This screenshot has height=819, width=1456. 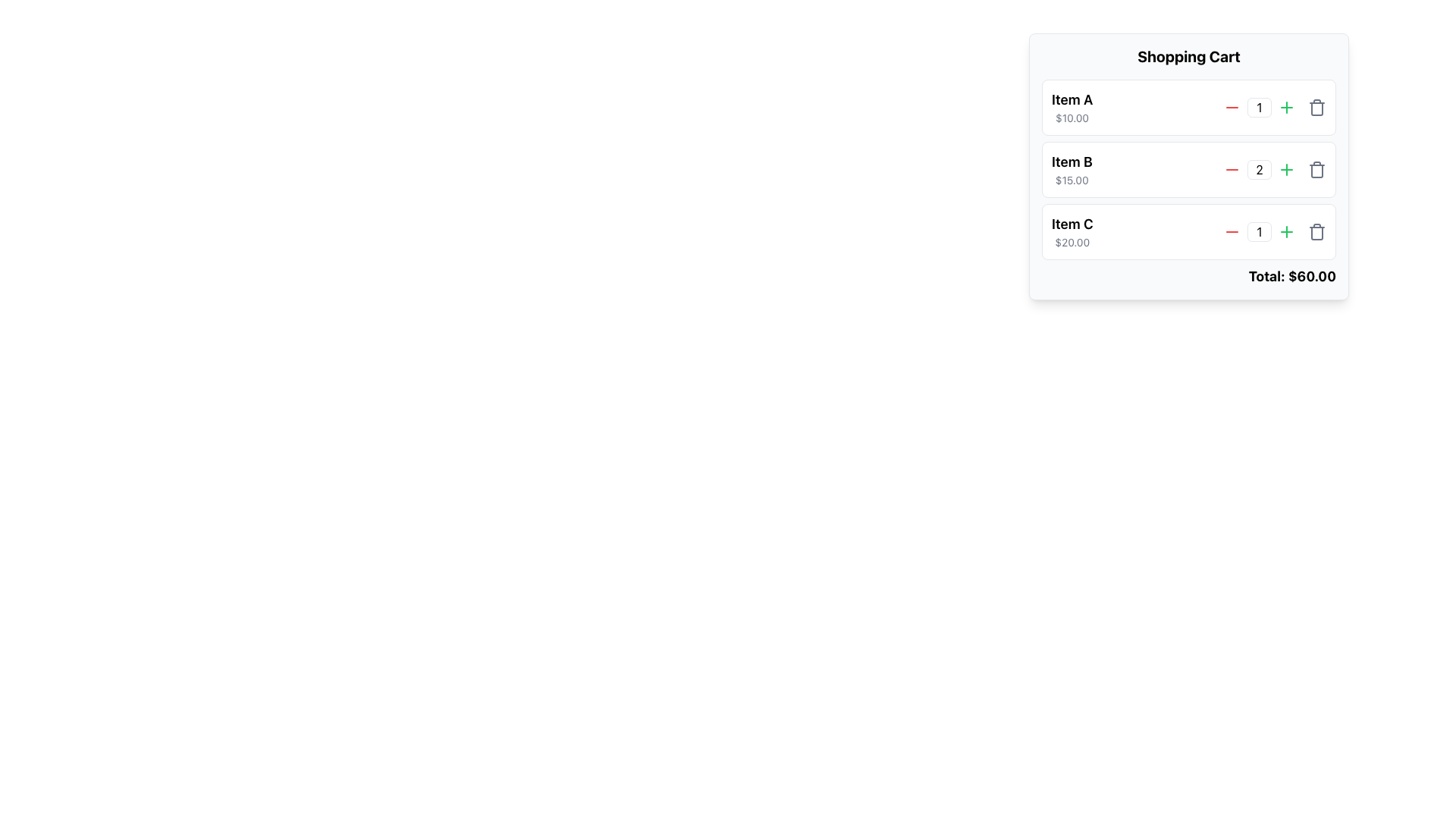 What do you see at coordinates (1188, 107) in the screenshot?
I see `the decrement button of the first shopping cart item labeled 'Item A' to decrease its quantity` at bounding box center [1188, 107].